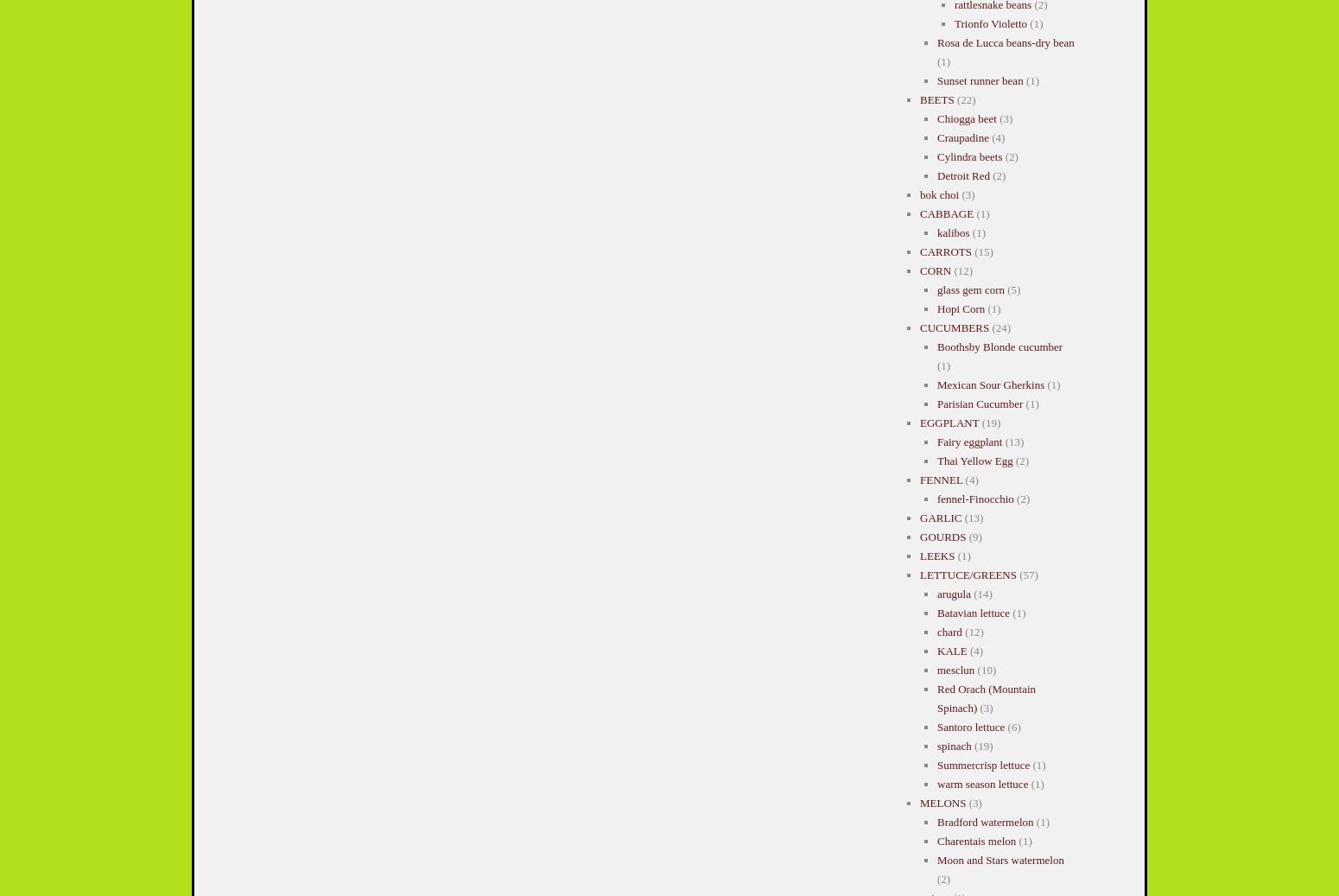 The width and height of the screenshot is (1339, 896). I want to click on 'CARROTS', so click(944, 251).